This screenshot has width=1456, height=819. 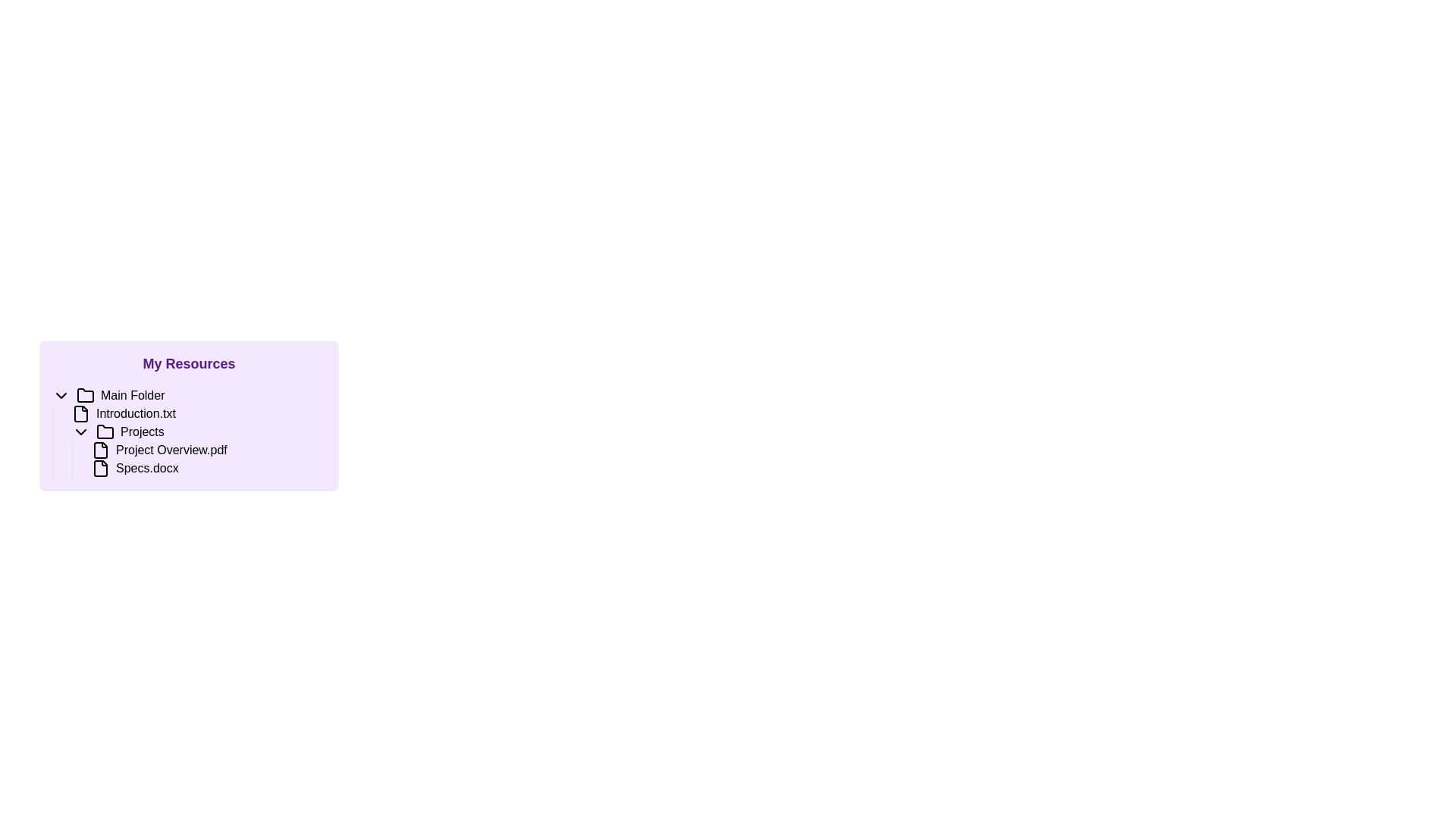 What do you see at coordinates (198, 458) in the screenshot?
I see `on the file list item representing 'Project Overview.pdf' in the Projects folder under My Resources` at bounding box center [198, 458].